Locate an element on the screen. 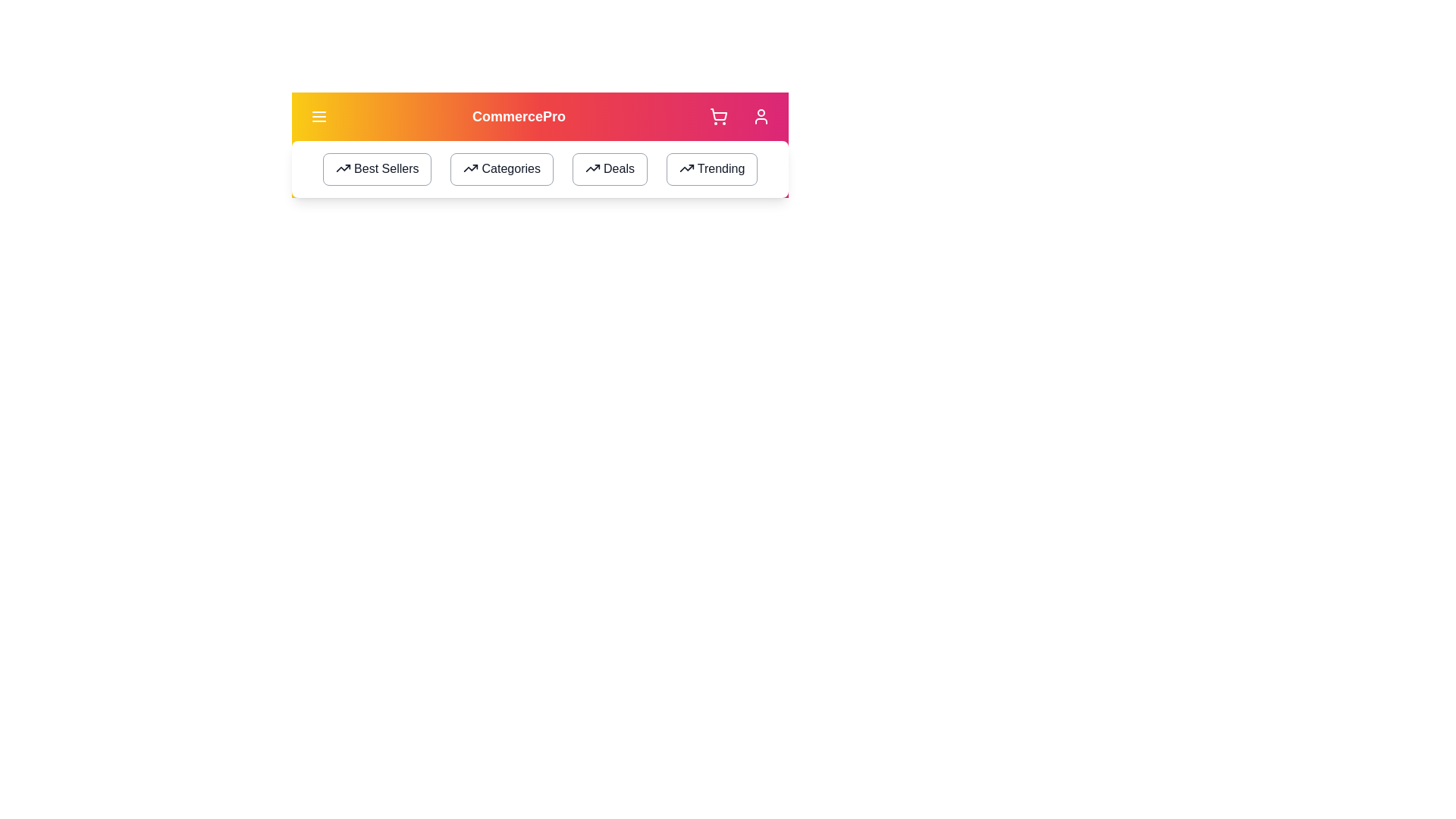  the menu button to toggle the menu visibility is located at coordinates (318, 116).